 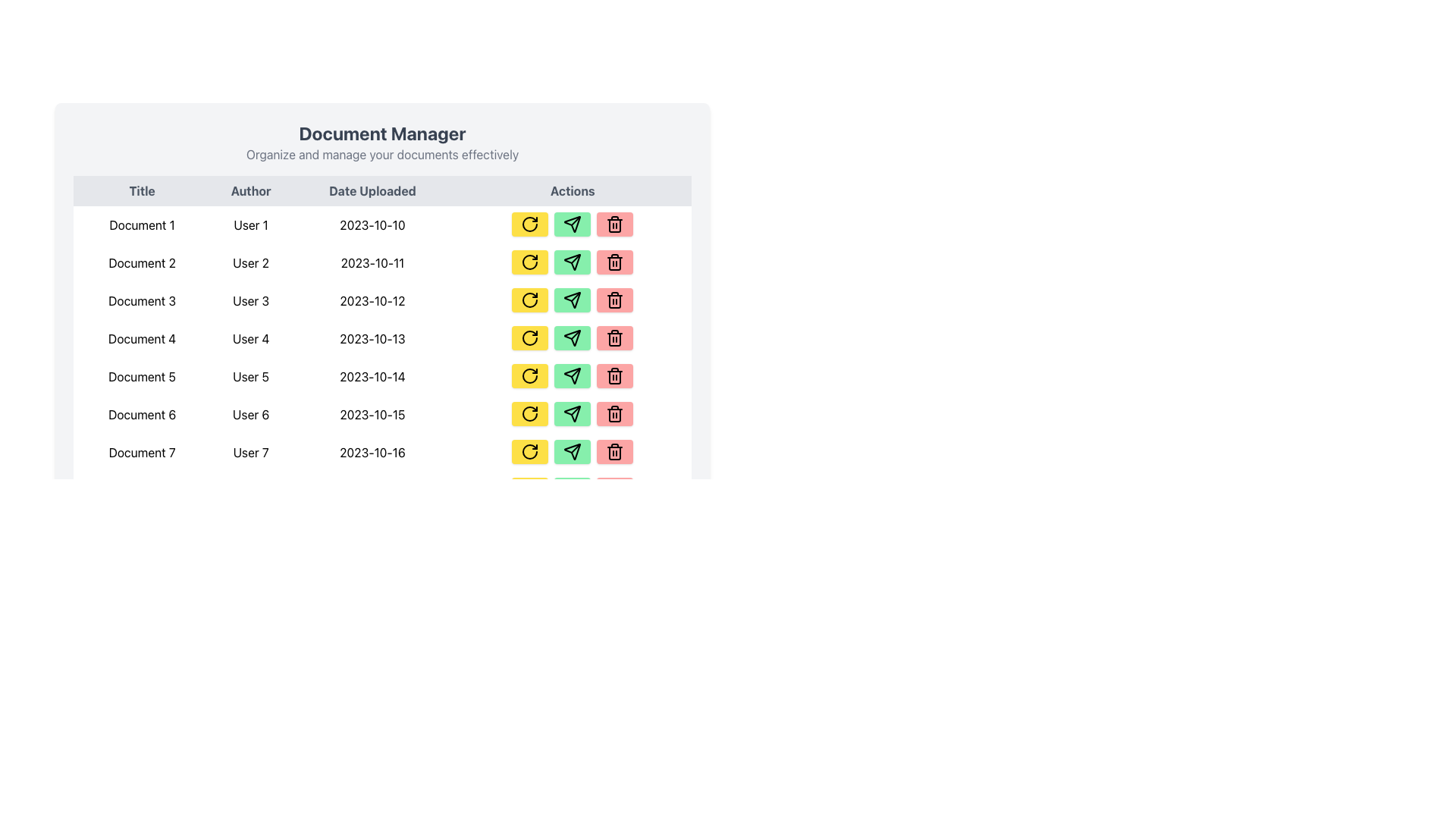 I want to click on the 'Refresh' action button located in the 'Actions' column of the table row for 'Document 4' authored by 'User 4', so click(x=530, y=337).